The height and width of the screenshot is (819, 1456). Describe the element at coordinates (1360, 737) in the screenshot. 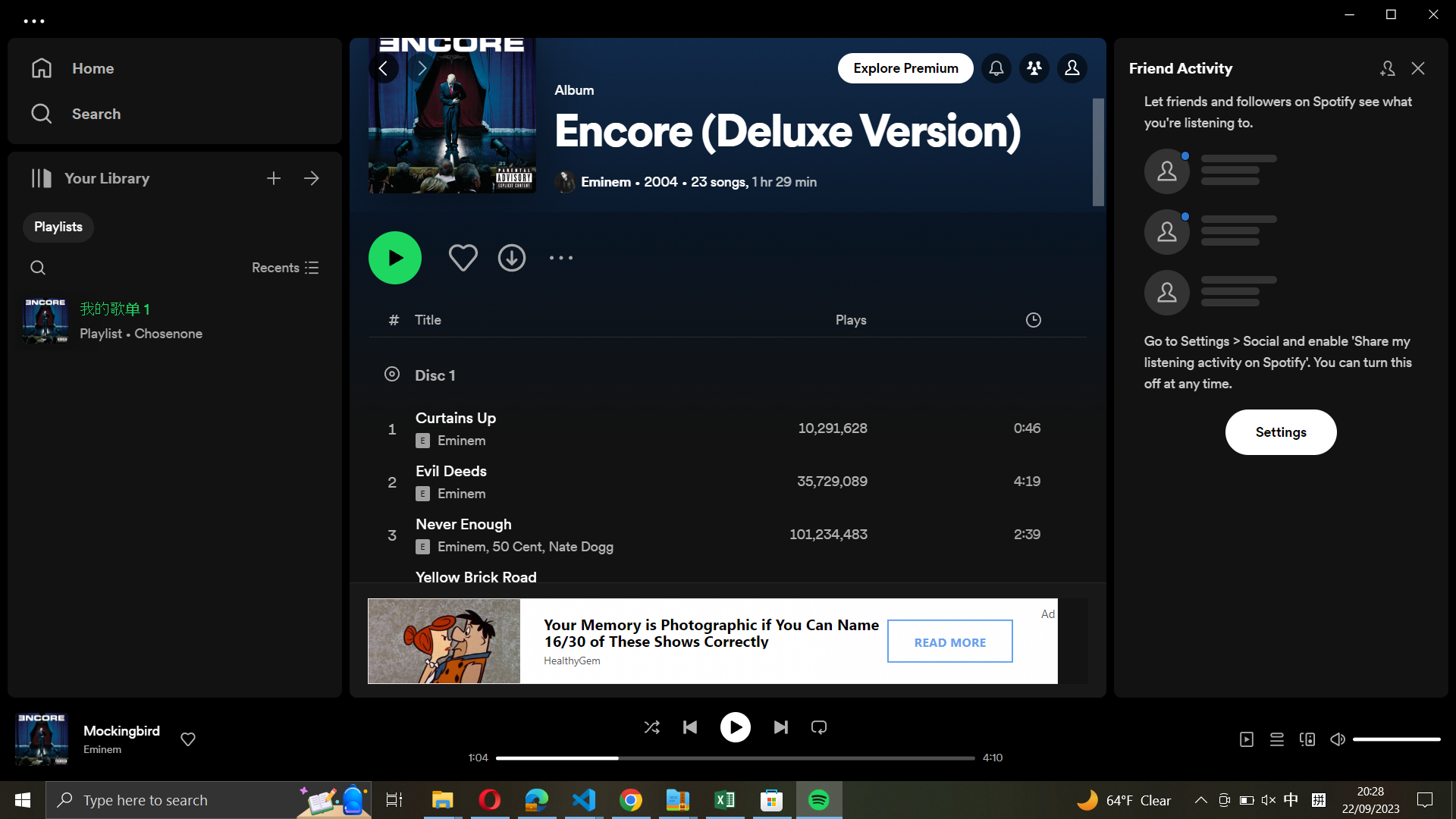

I see `Turn down the audio` at that location.